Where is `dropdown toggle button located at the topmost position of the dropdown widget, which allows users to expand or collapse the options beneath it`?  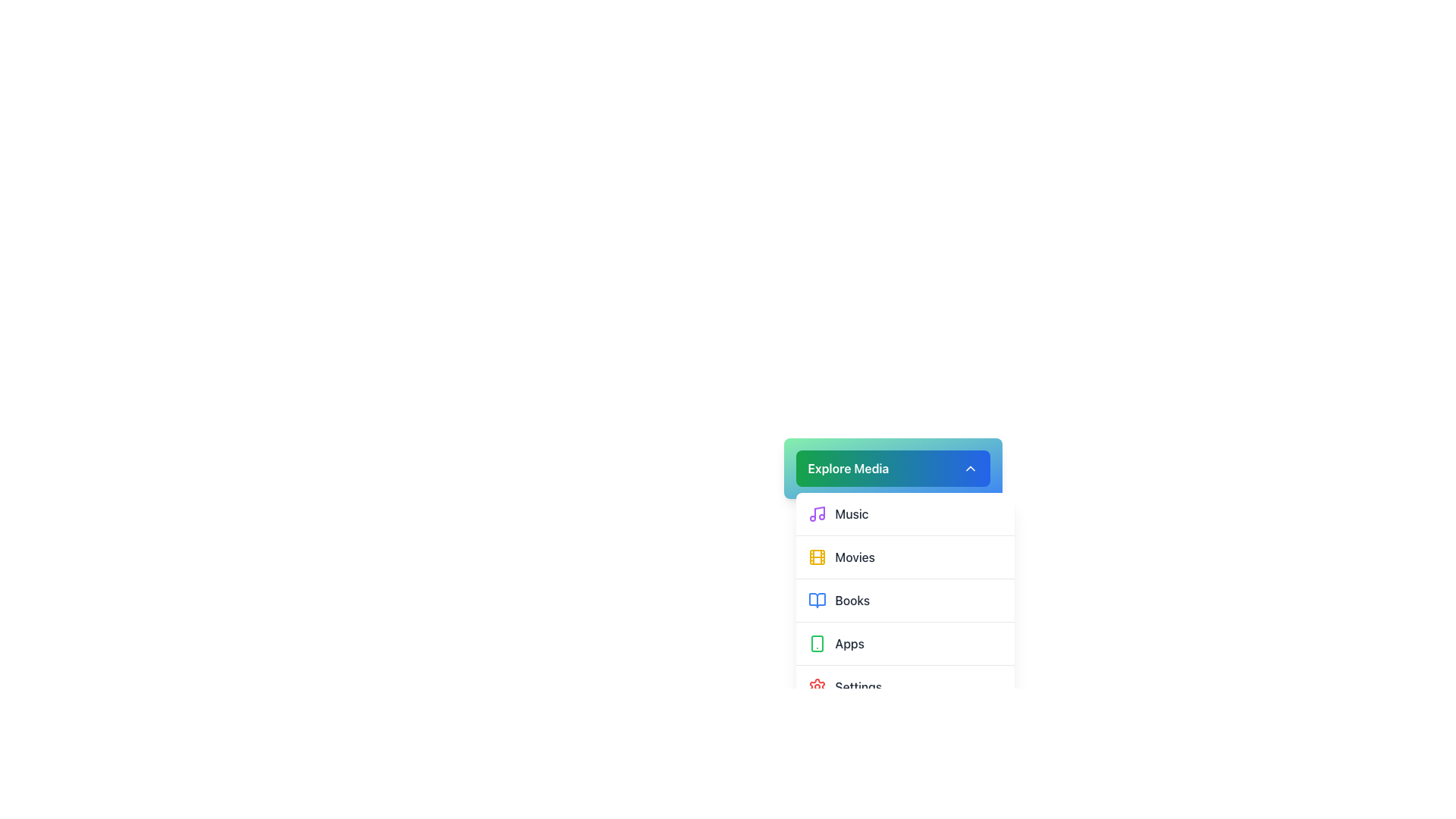
dropdown toggle button located at the topmost position of the dropdown widget, which allows users to expand or collapse the options beneath it is located at coordinates (893, 467).